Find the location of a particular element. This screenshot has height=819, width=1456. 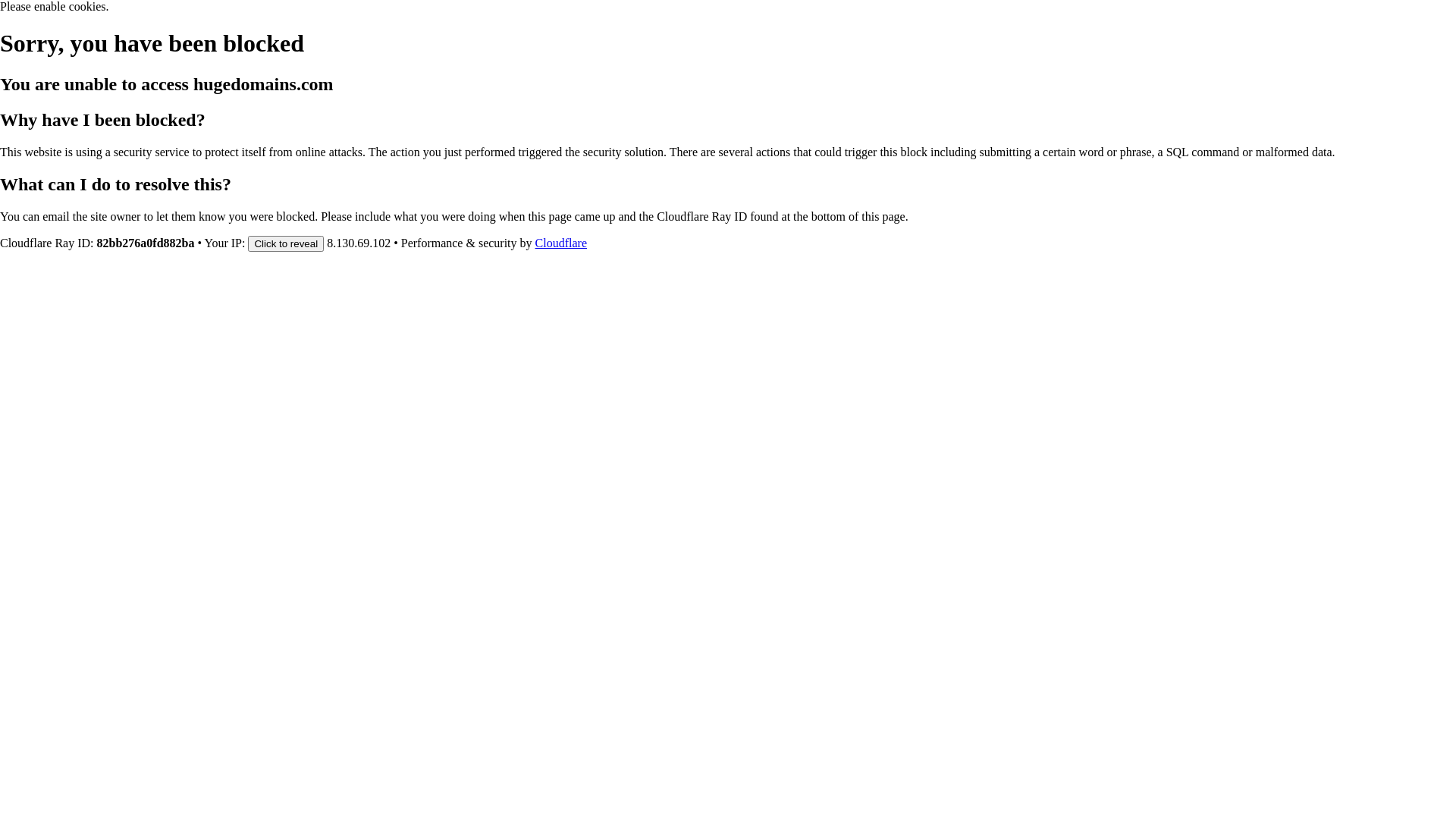

'Cloudflare' is located at coordinates (560, 242).